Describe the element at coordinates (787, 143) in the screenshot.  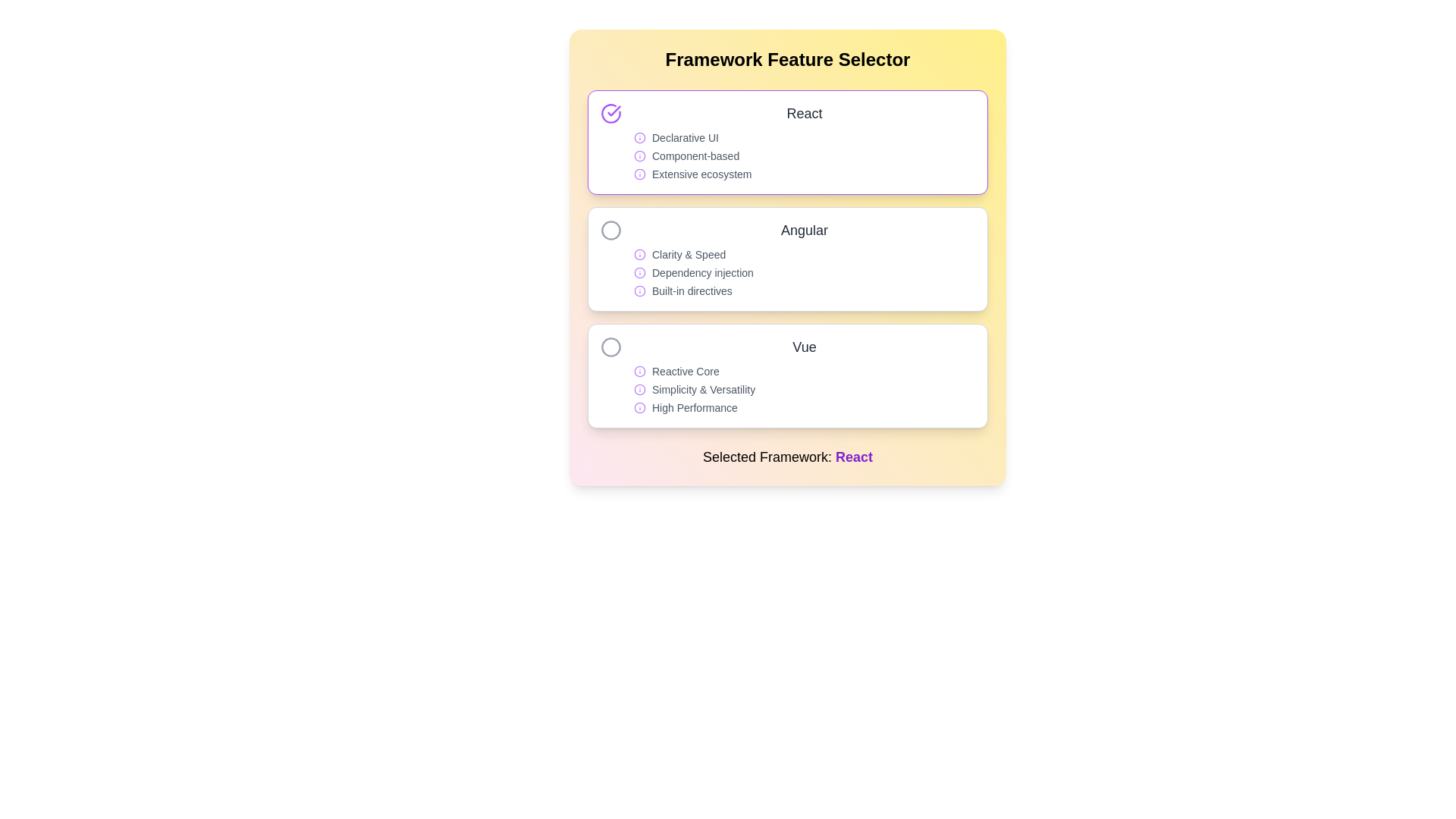
I see `the Informational Card titled 'React'` at that location.